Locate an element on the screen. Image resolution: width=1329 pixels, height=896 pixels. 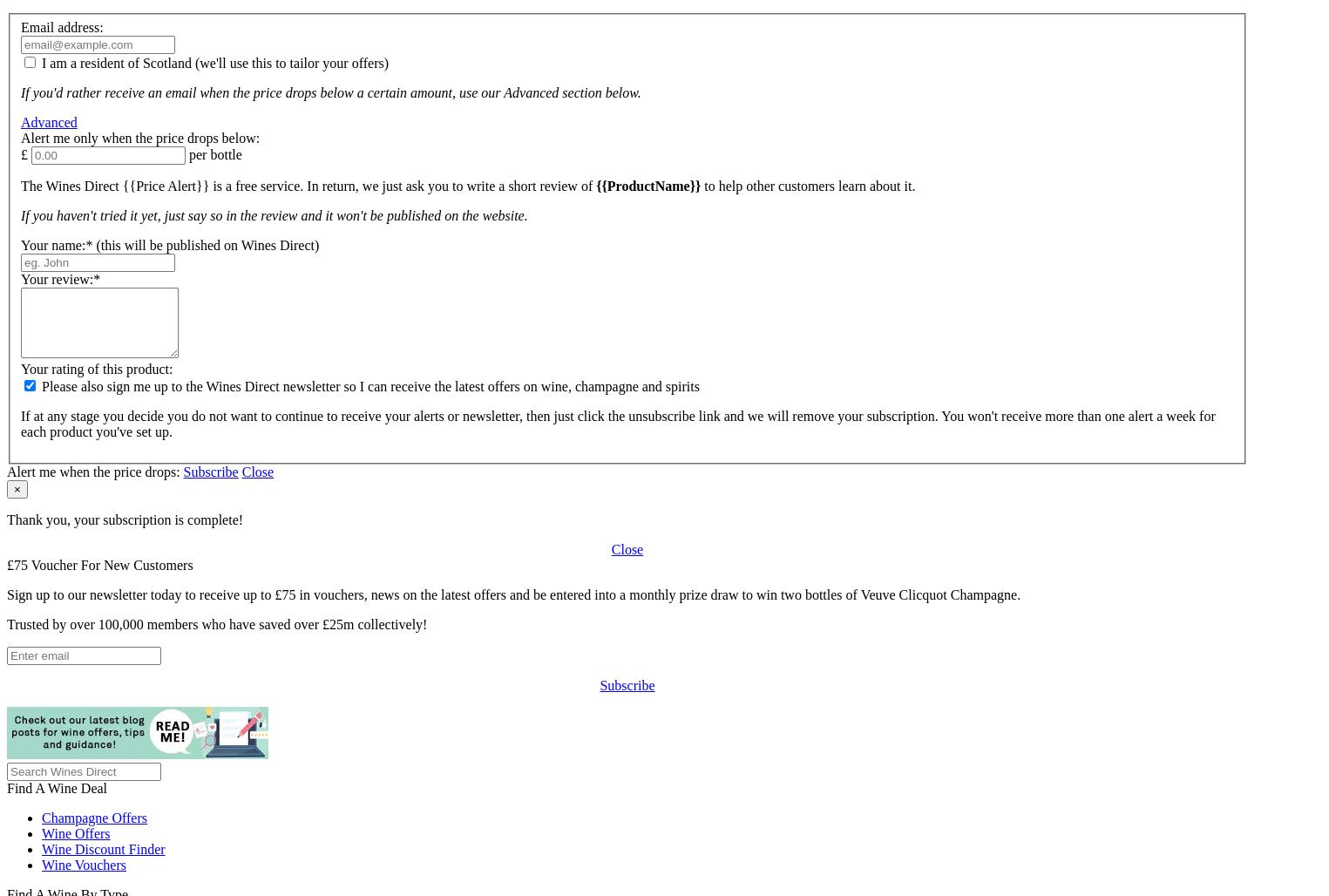
'to help other customers learn about it.' is located at coordinates (808, 184).